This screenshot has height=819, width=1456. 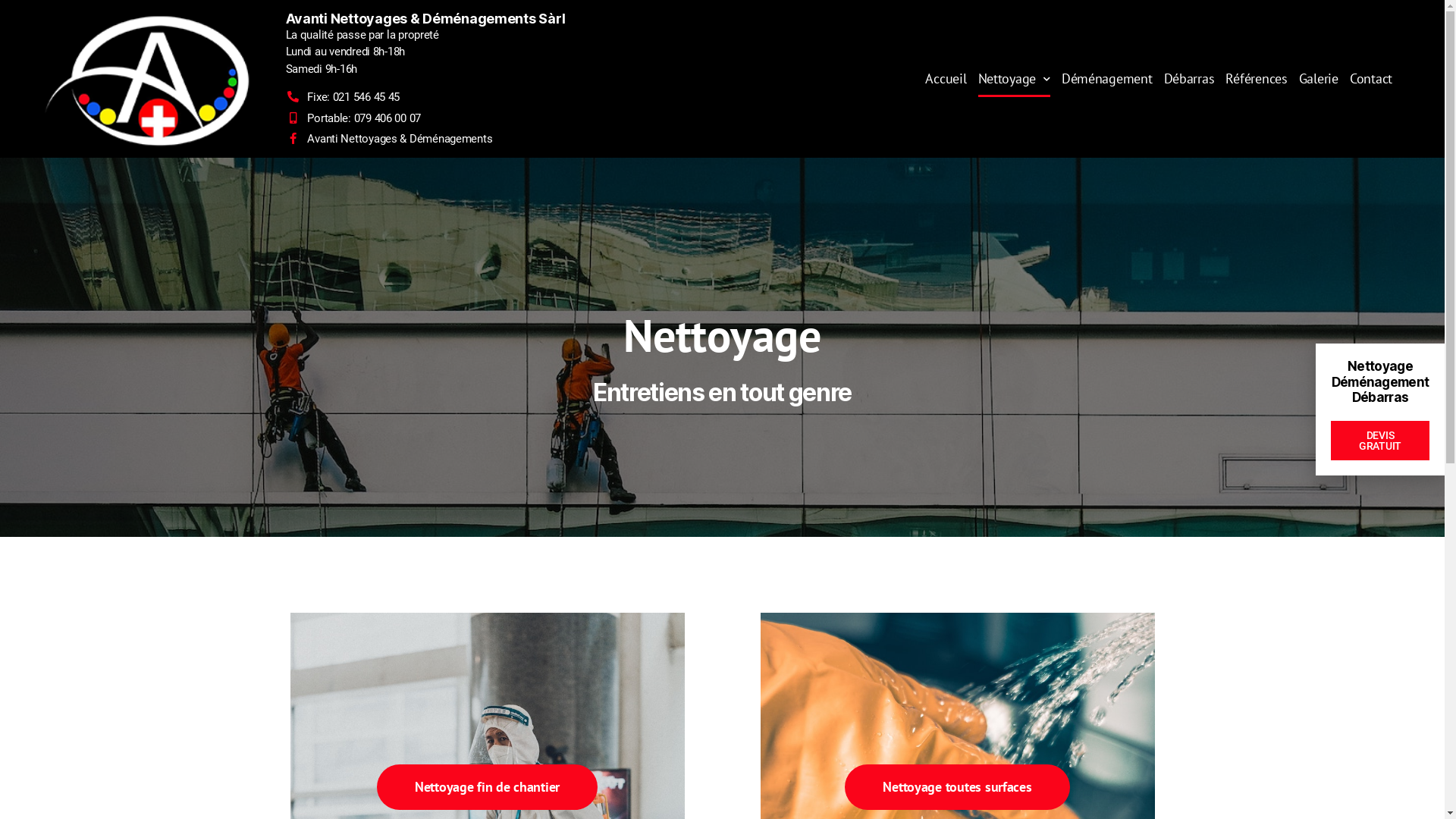 I want to click on 'Nettoyage fin de chantier', so click(x=487, y=786).